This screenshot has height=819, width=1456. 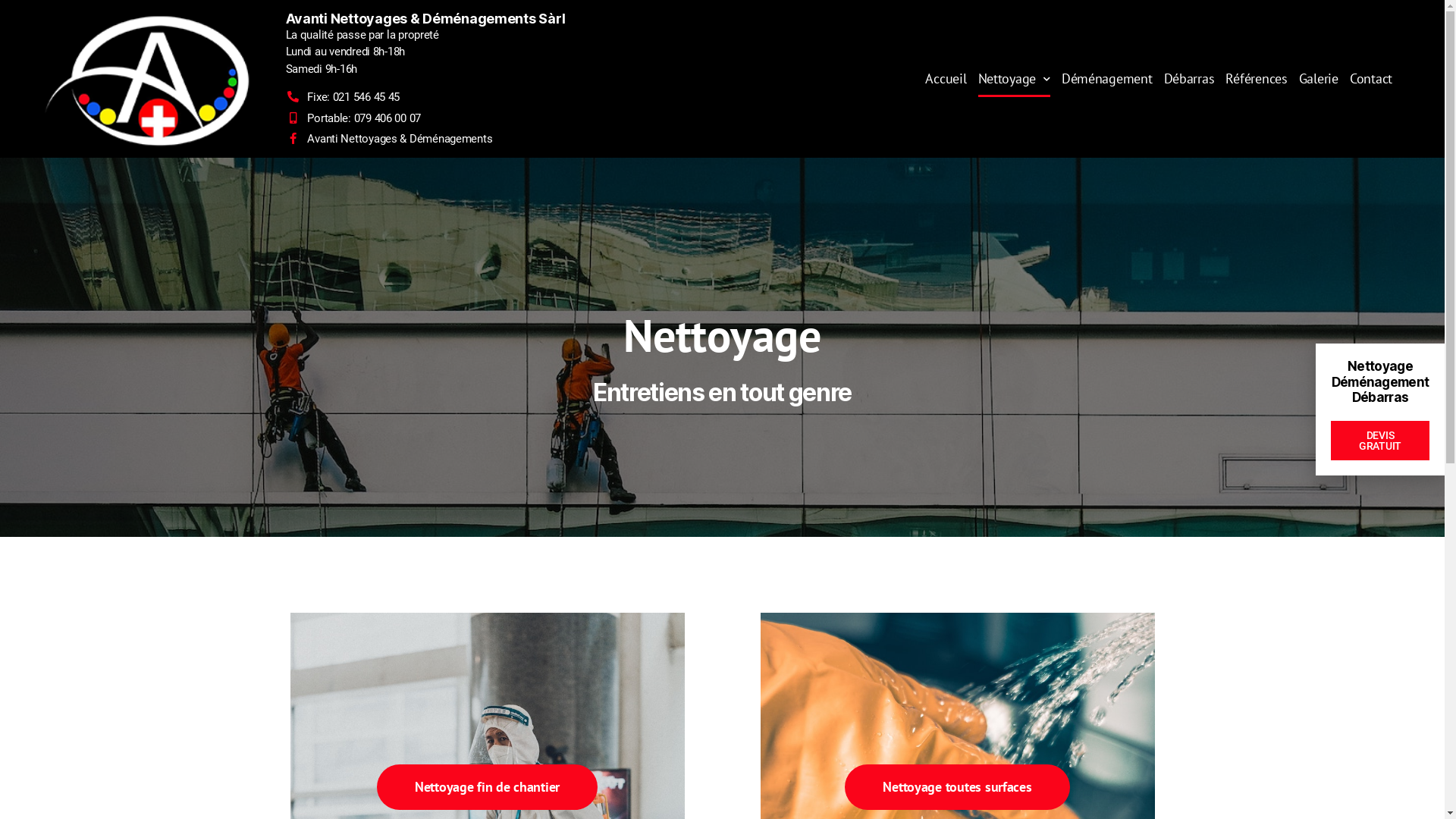 I want to click on 'Nettoyage fin de chantier', so click(x=487, y=786).